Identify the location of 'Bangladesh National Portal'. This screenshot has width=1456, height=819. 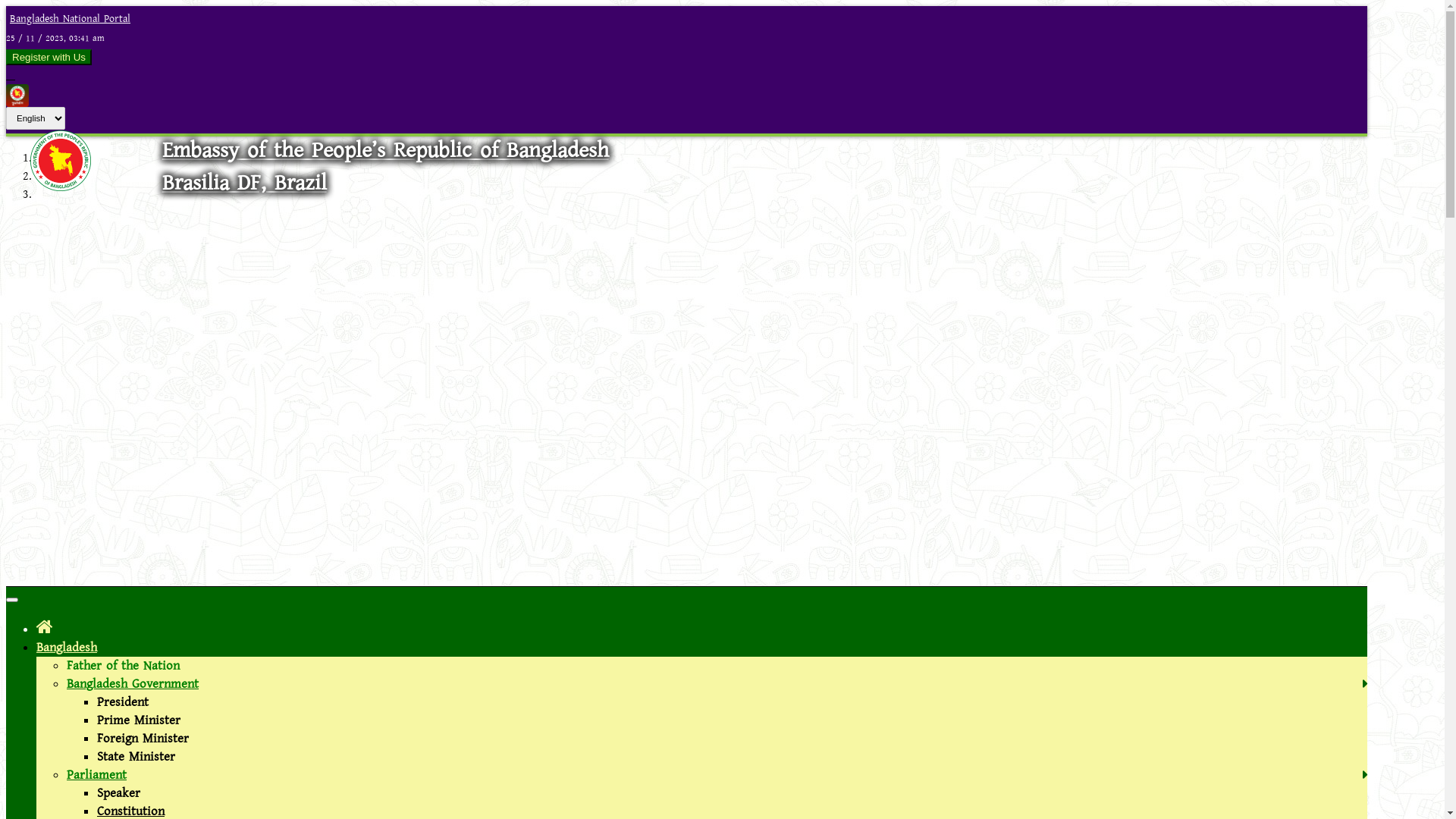
(67, 18).